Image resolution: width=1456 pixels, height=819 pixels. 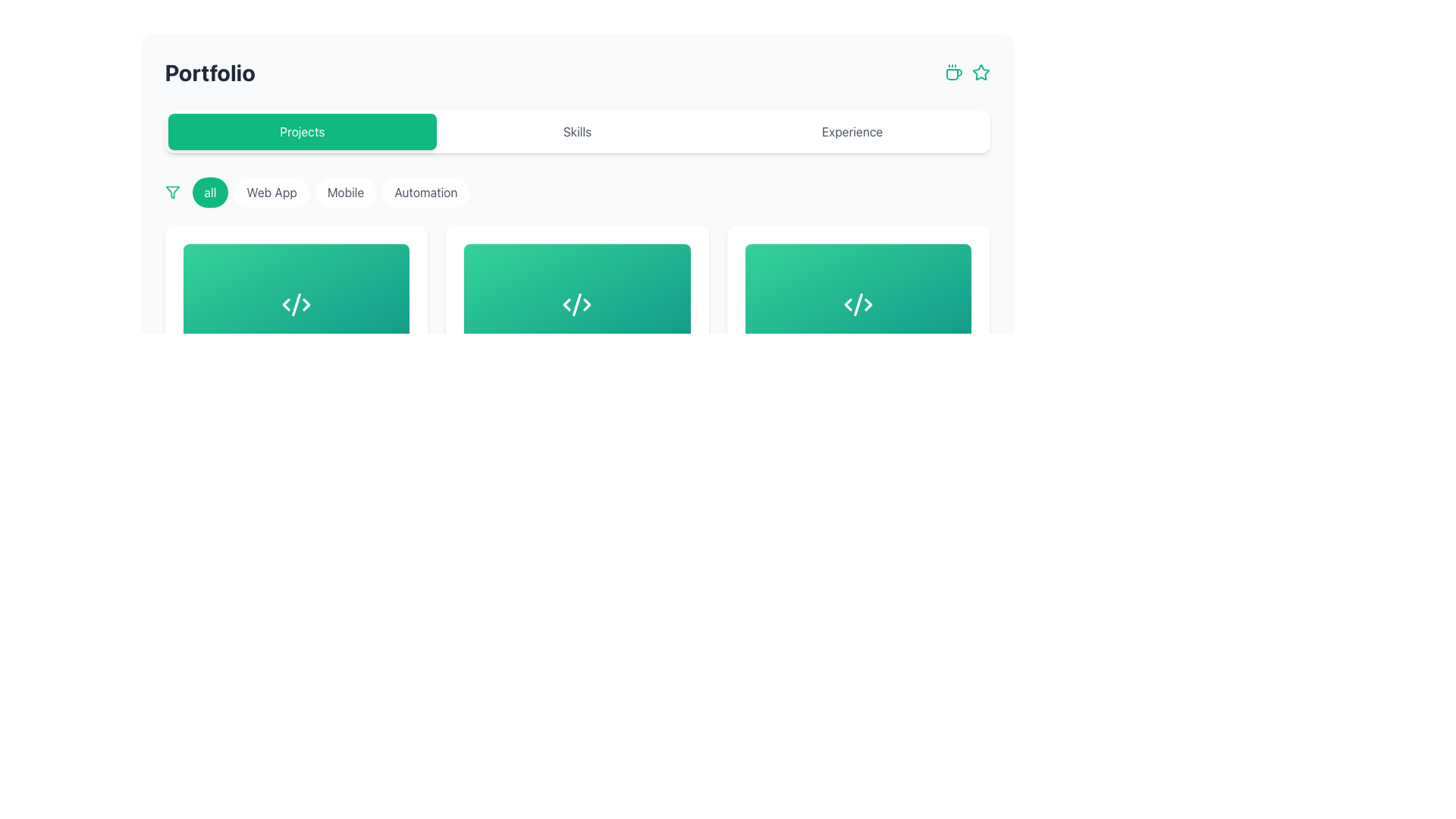 I want to click on the 'Mobile' filter button located in the portfolio section, so click(x=330, y=192).